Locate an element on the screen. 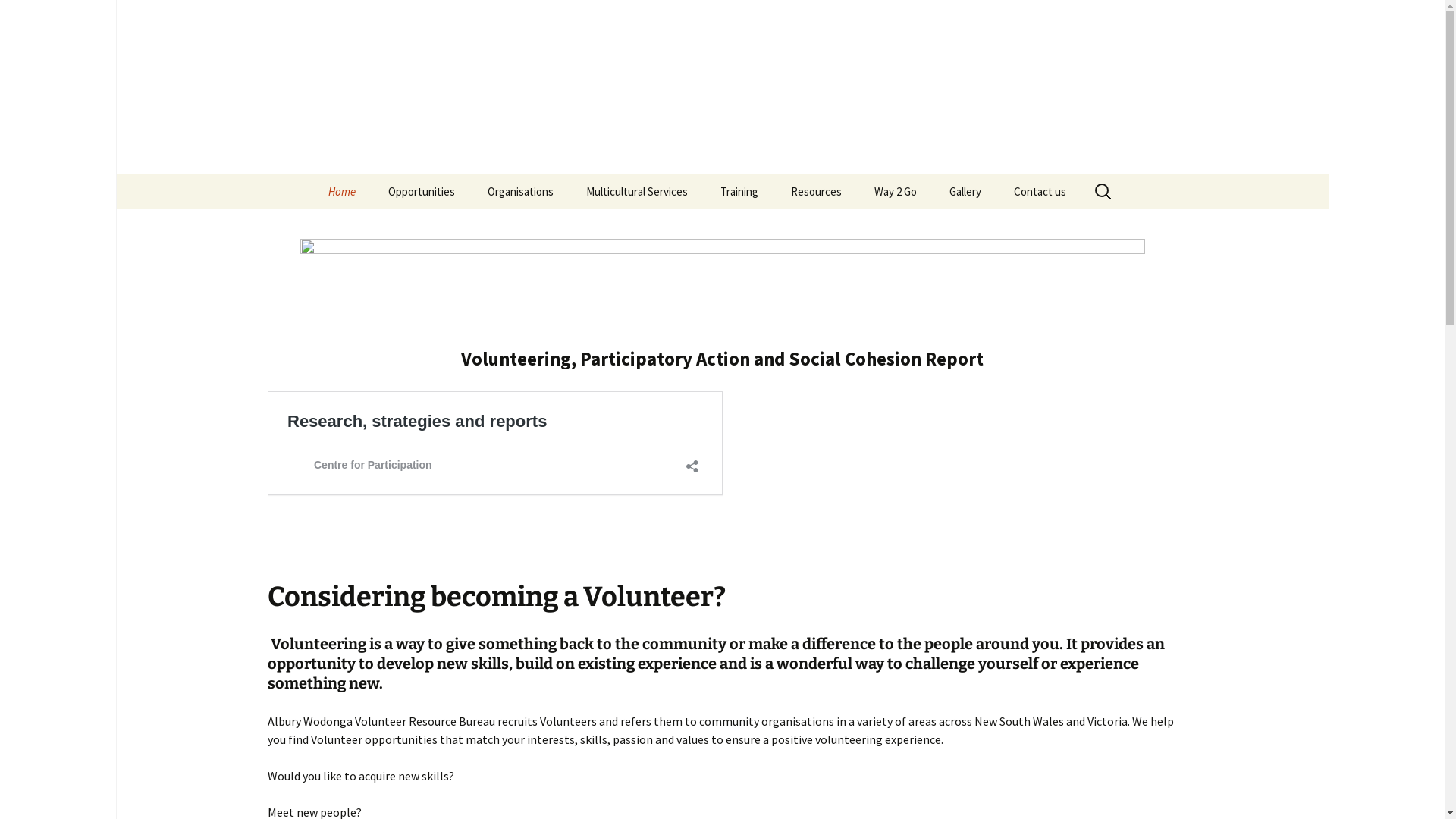 This screenshot has width=1456, height=819. 'Organisations' is located at coordinates (471, 190).